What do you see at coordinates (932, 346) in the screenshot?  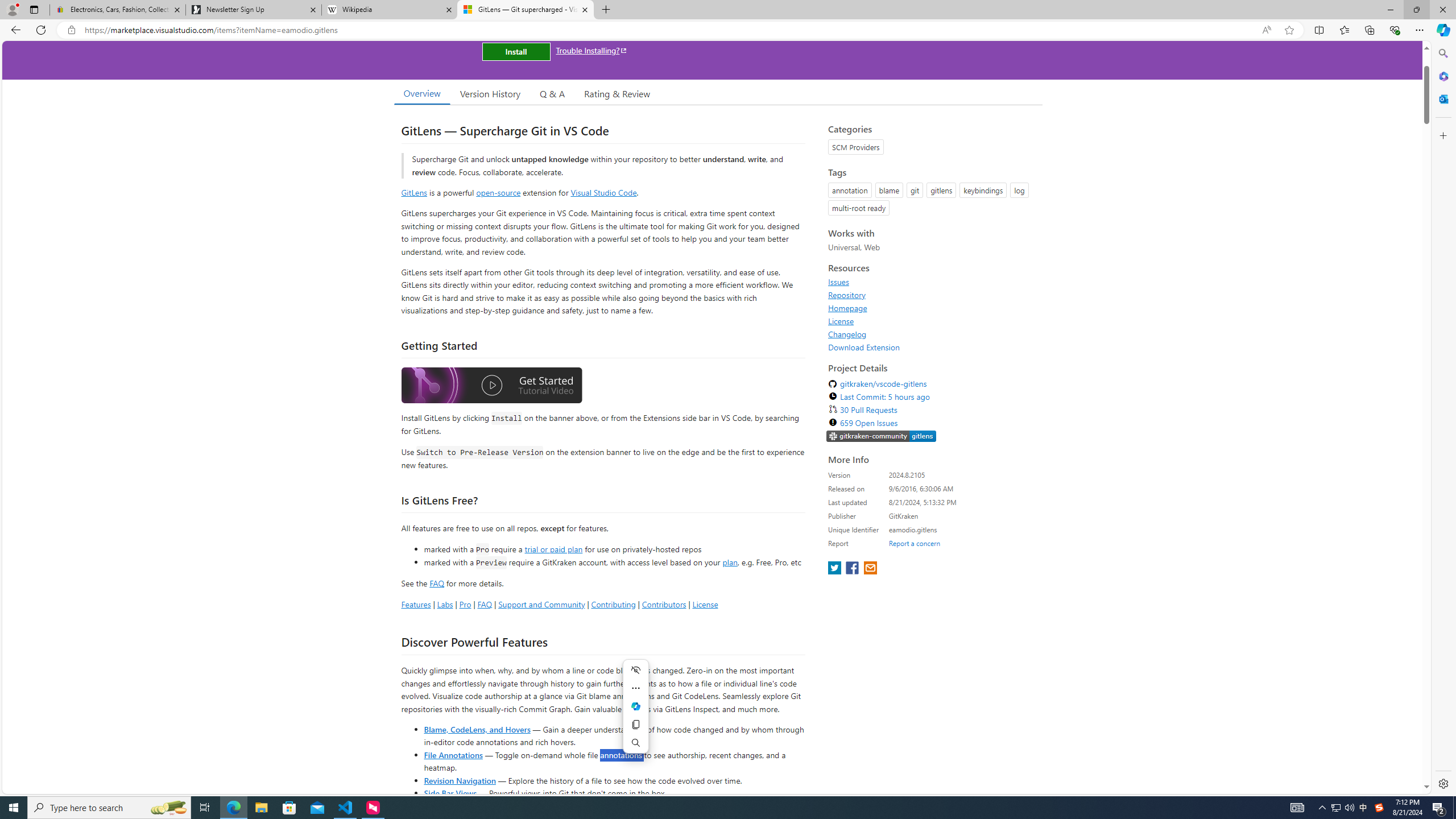 I see `'Download Extension'` at bounding box center [932, 346].